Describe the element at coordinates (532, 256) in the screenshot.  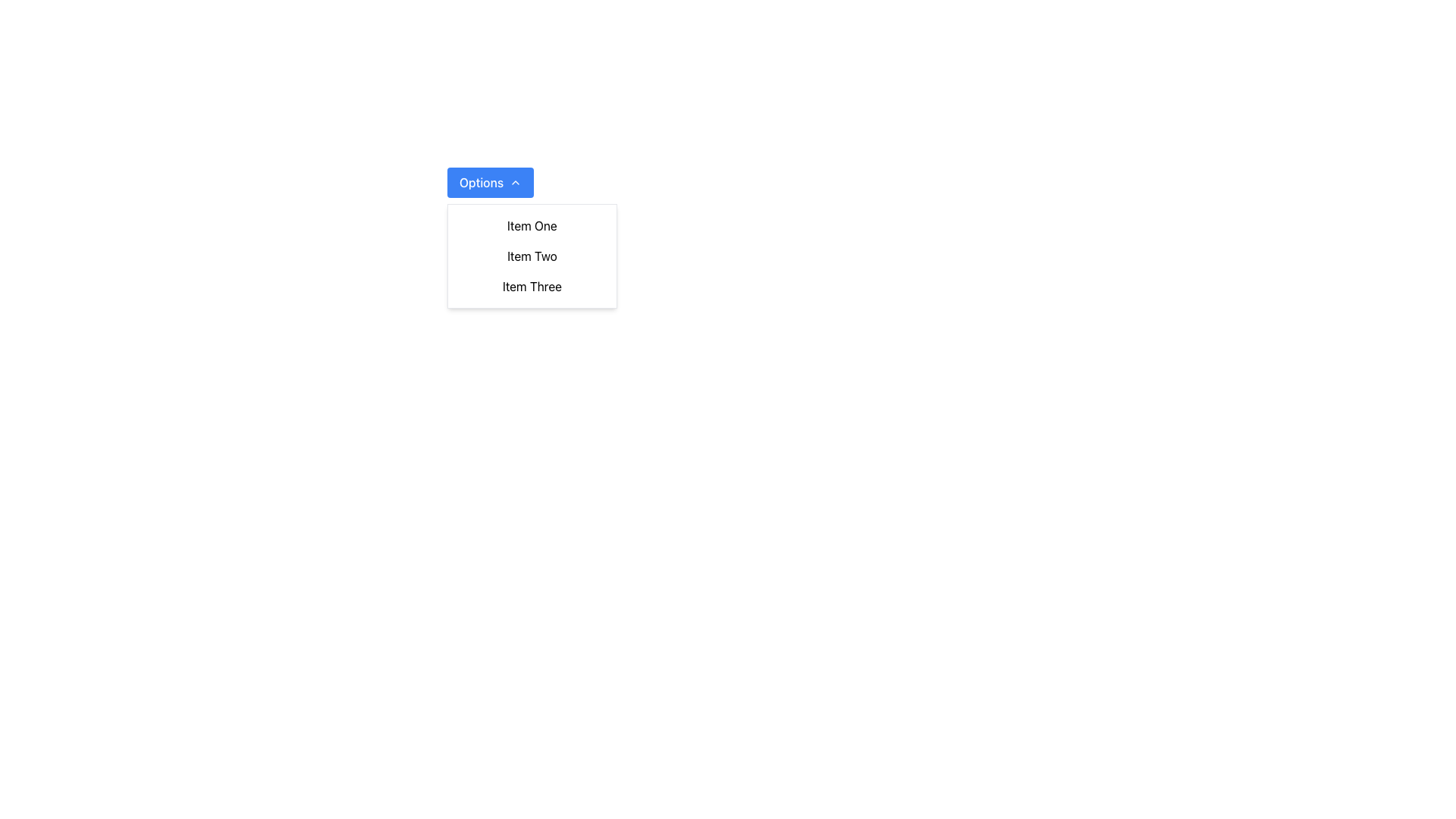
I see `to select or activate the menu item labeled 'Item Two', which is the second item in a vertical stack of options` at that location.